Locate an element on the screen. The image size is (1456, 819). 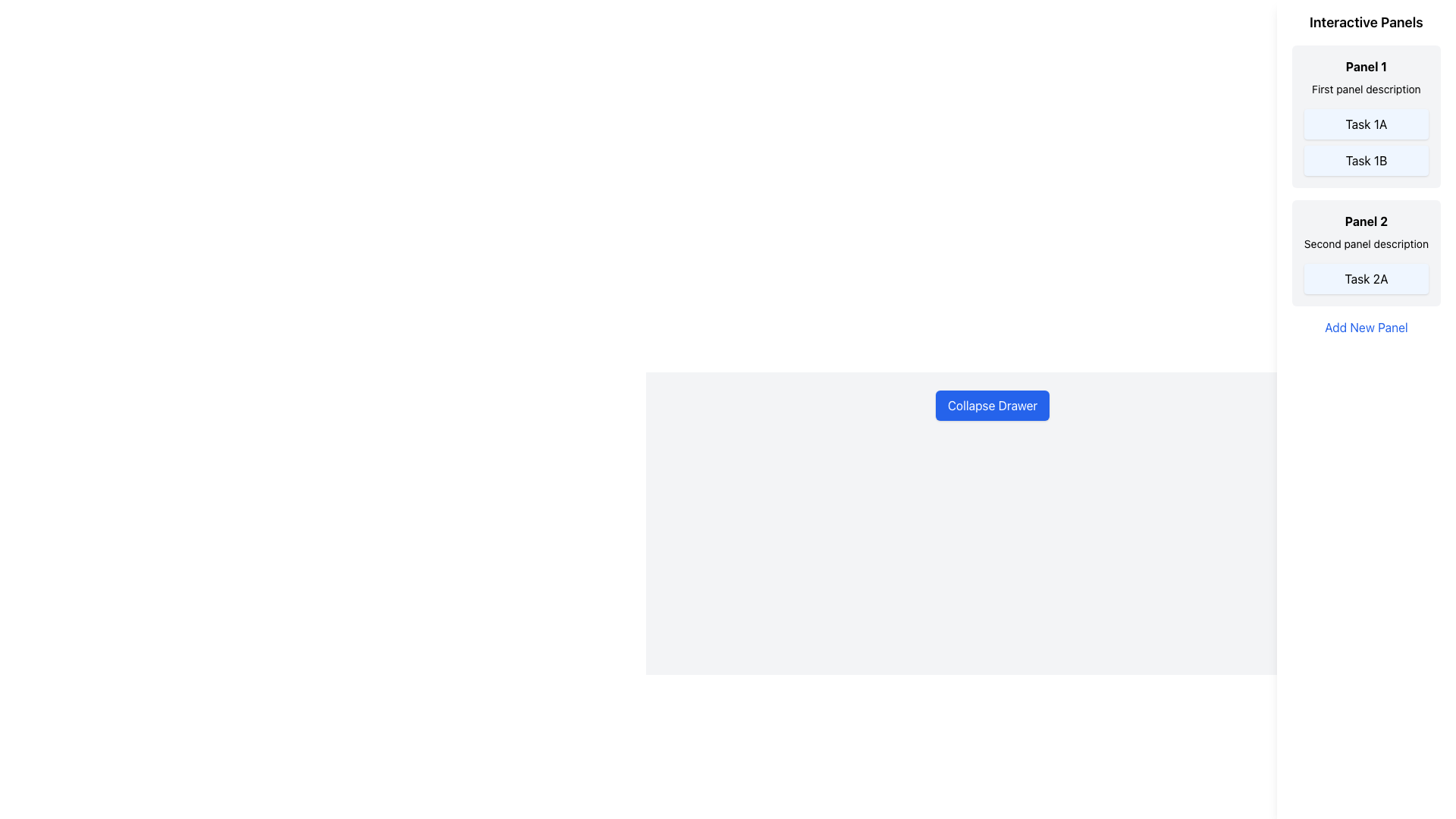
the text label reading 'Second panel description', which is part of the panel header for 'Panel 2' is located at coordinates (1366, 243).